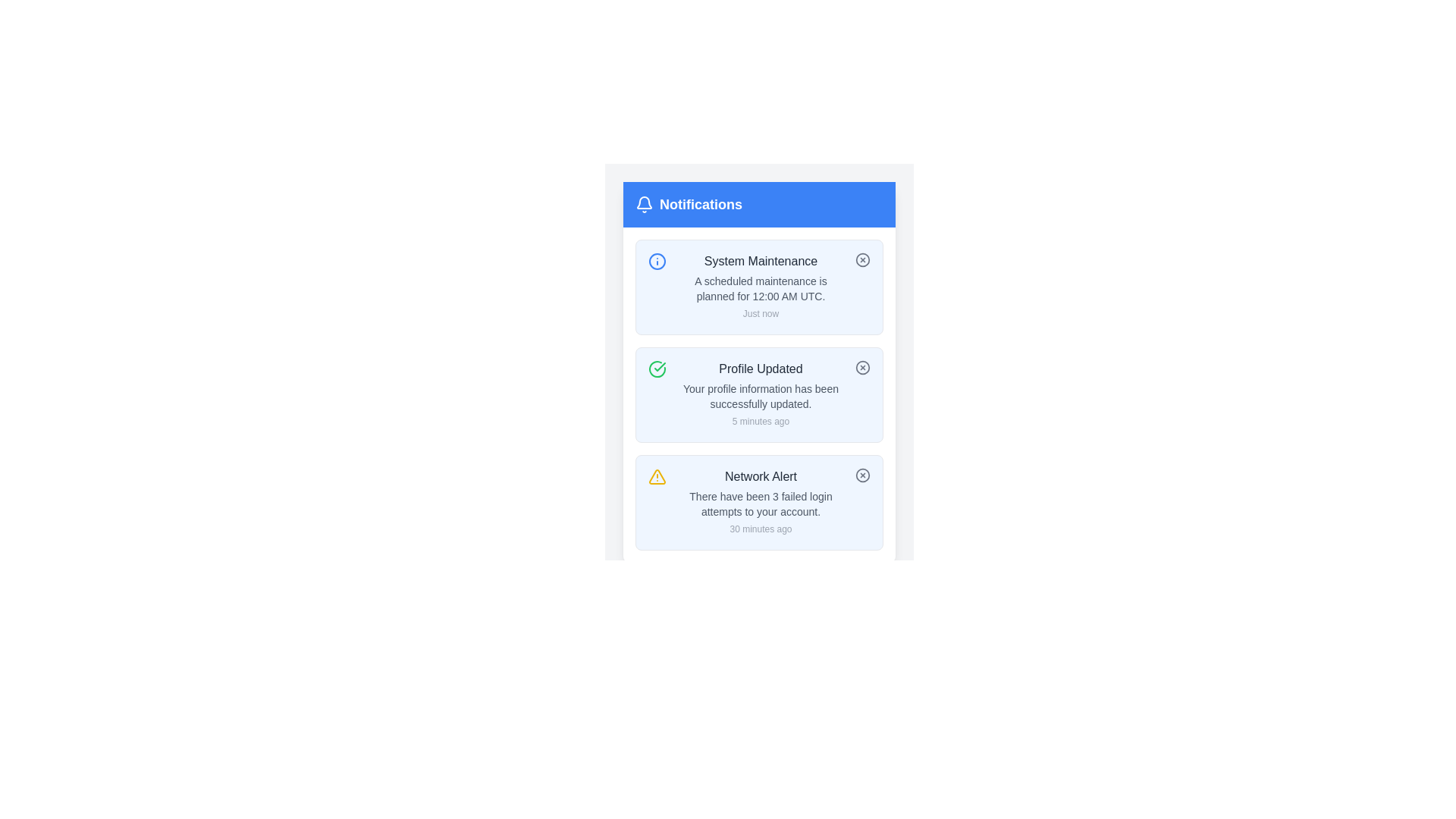  What do you see at coordinates (761, 503) in the screenshot?
I see `Notification card alerting the user to three failed login attempts, located at the bottom of the notifications list` at bounding box center [761, 503].